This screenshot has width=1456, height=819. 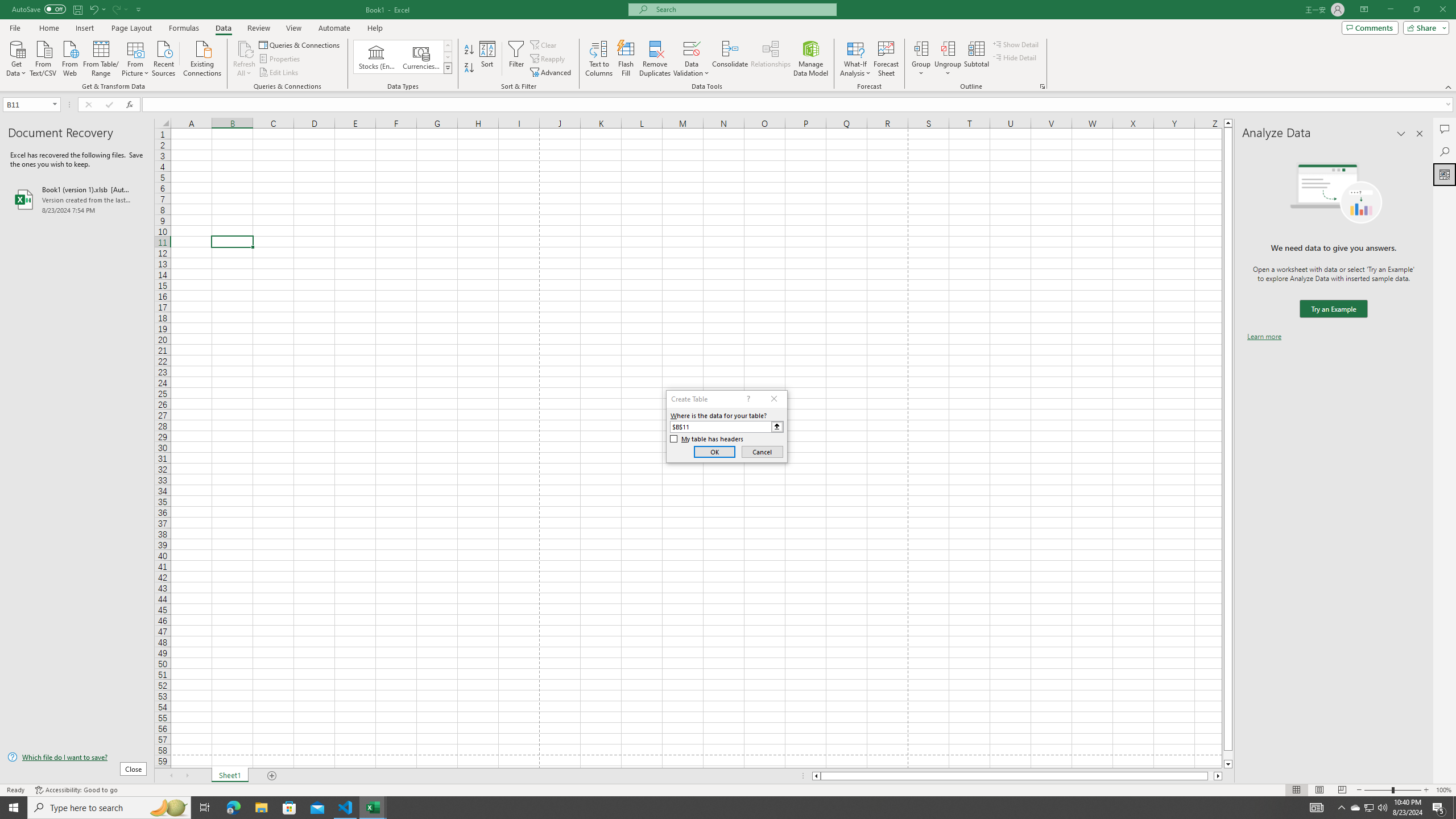 What do you see at coordinates (448, 45) in the screenshot?
I see `'Row up'` at bounding box center [448, 45].